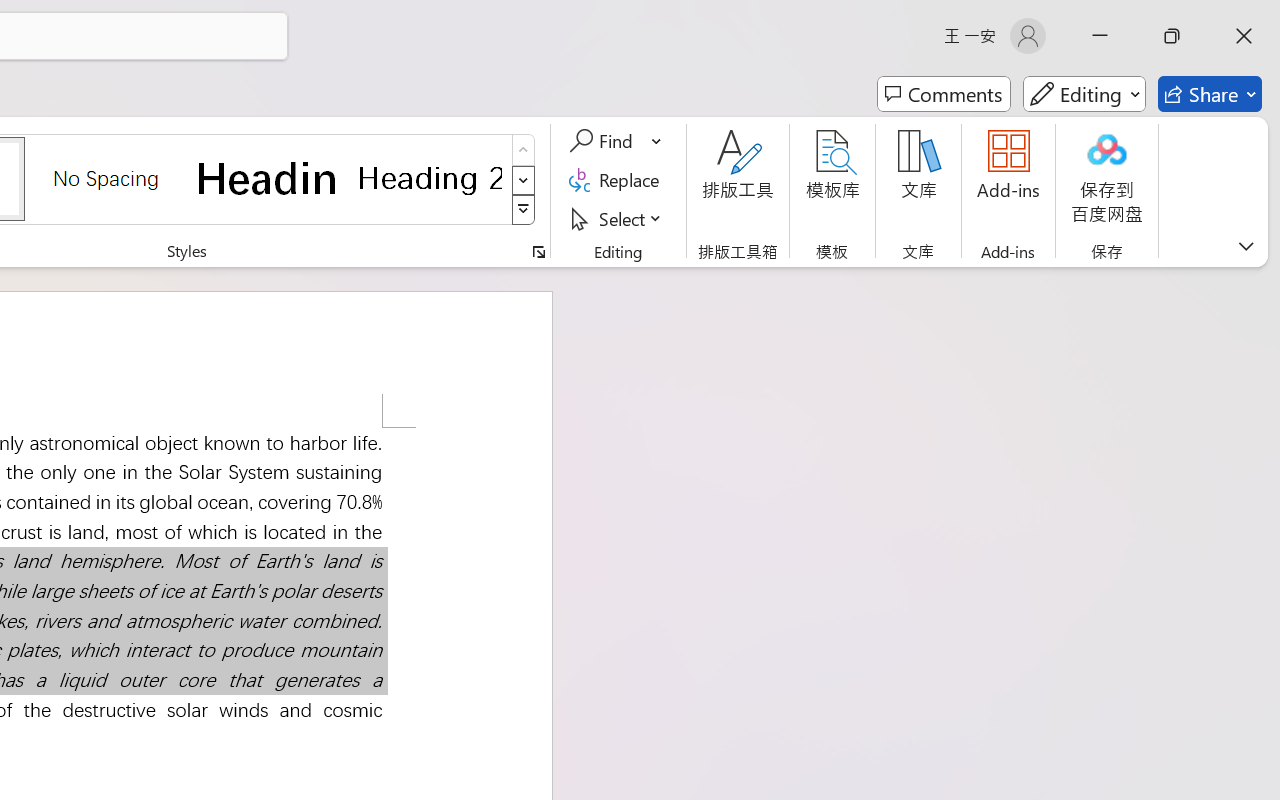 Image resolution: width=1280 pixels, height=800 pixels. I want to click on 'Close pane', so click(1255, 242).